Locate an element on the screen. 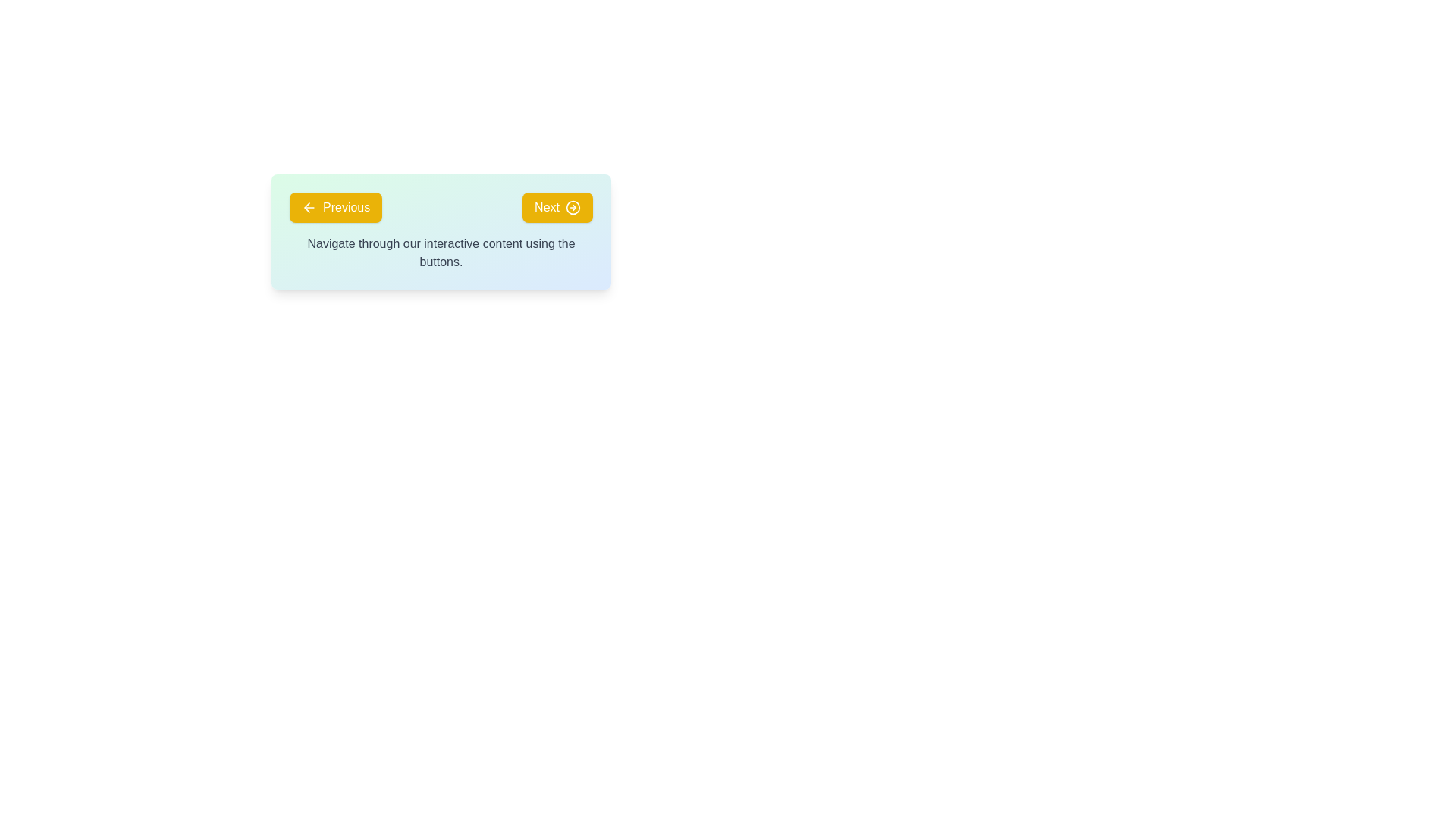 The image size is (1456, 819). the 'Next' button to change its background shade, which is used for navigation to the subsequent item or page is located at coordinates (557, 207).